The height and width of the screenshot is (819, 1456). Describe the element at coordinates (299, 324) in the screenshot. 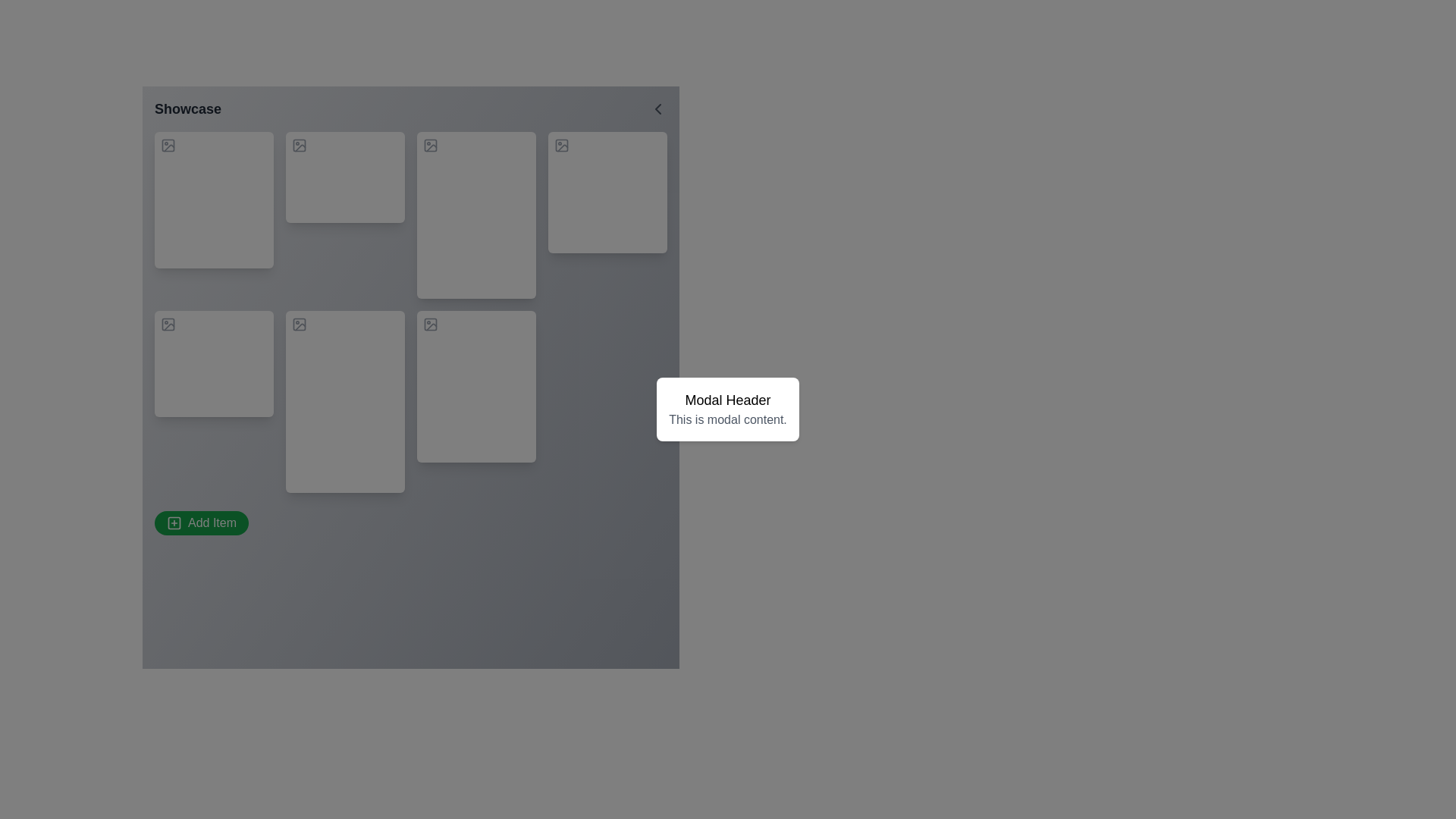

I see `the SVG icon that serves as an image placeholder located in the top-left corner of a rectangular card in the 'Showcase' section, specifically in the left column of the second row` at that location.